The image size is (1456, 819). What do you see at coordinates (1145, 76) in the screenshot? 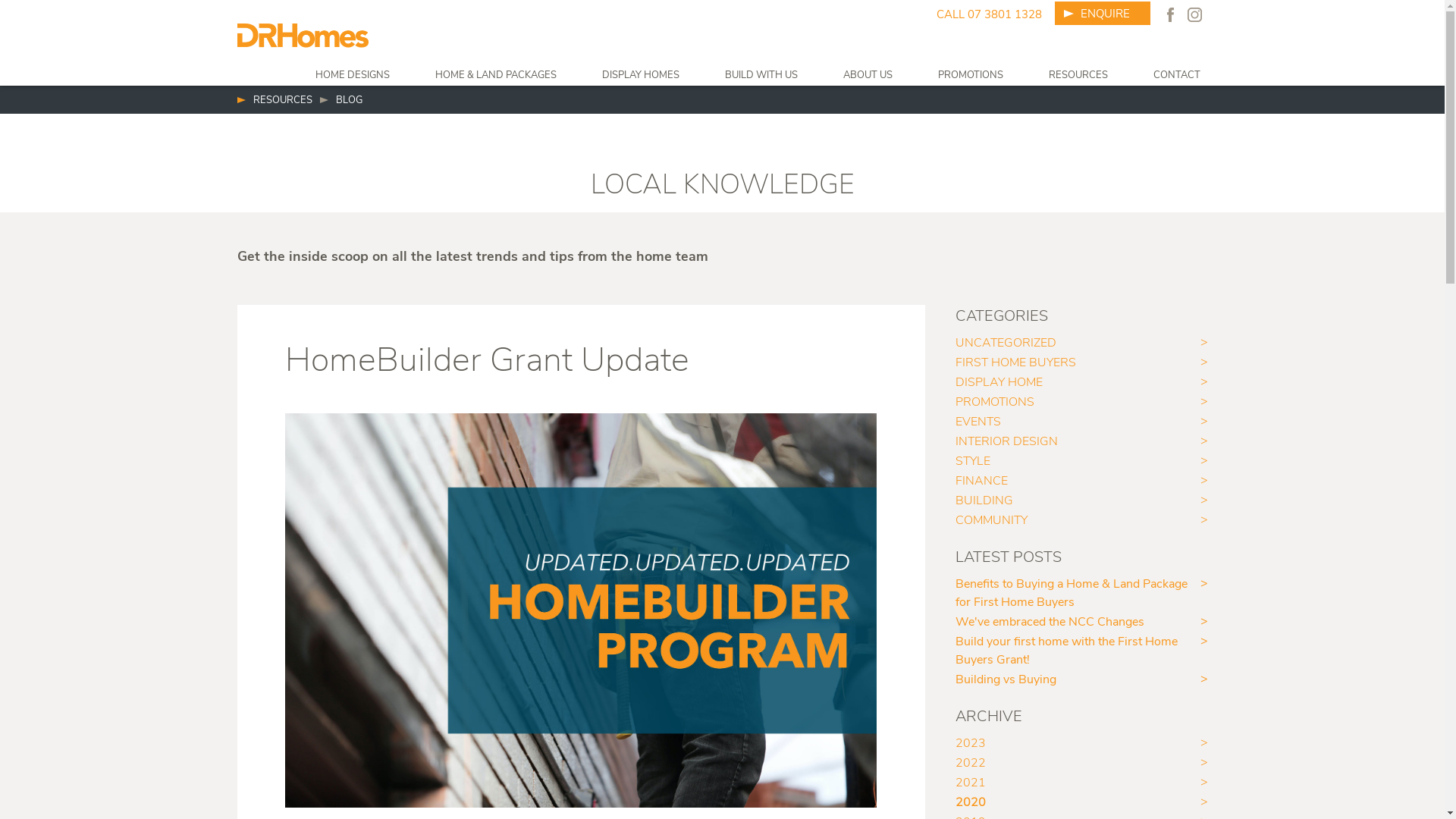
I see `'CONTACT'` at bounding box center [1145, 76].